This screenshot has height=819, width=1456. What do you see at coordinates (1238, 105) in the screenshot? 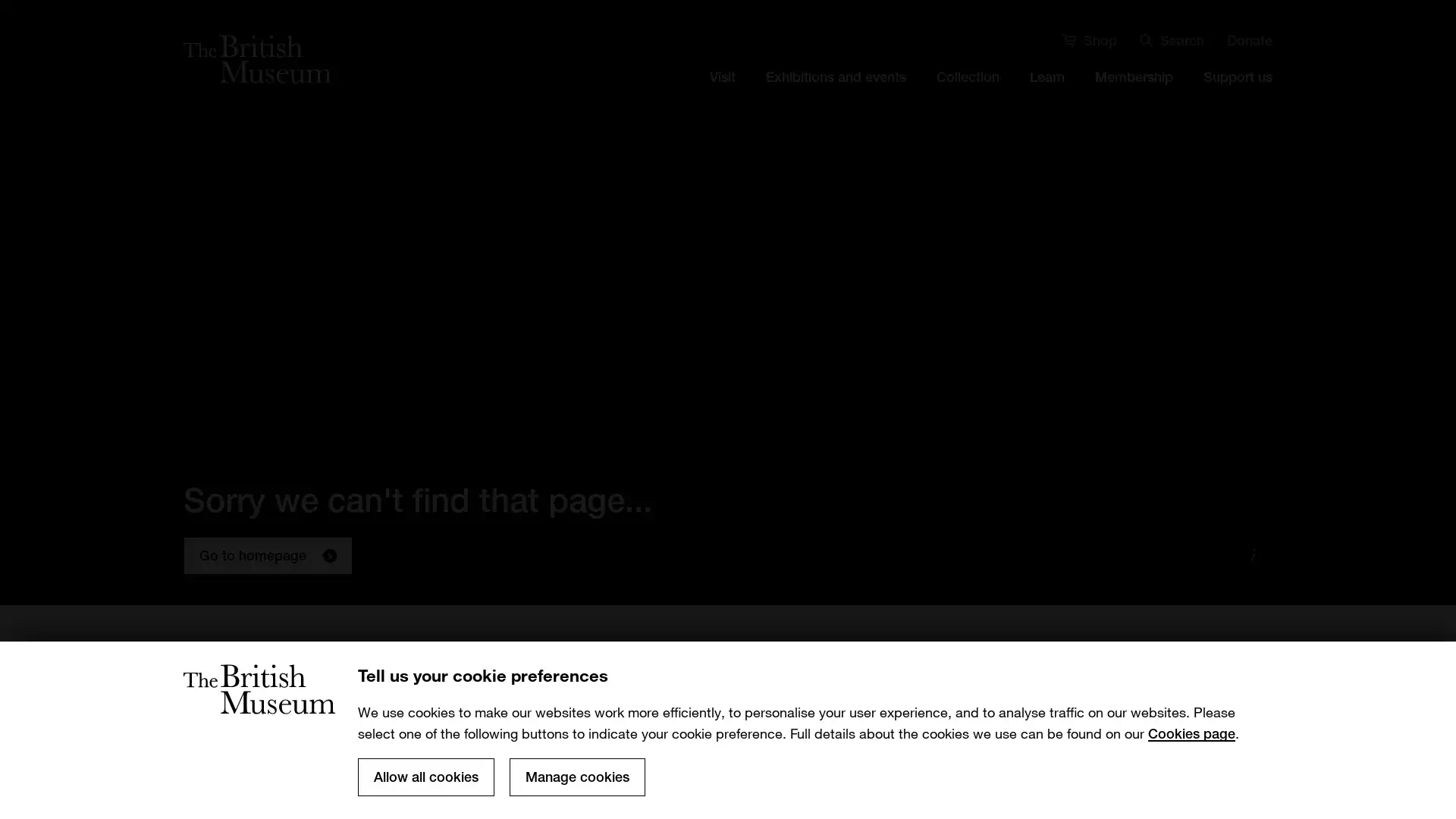
I see `Toggle Support us submenu` at bounding box center [1238, 105].